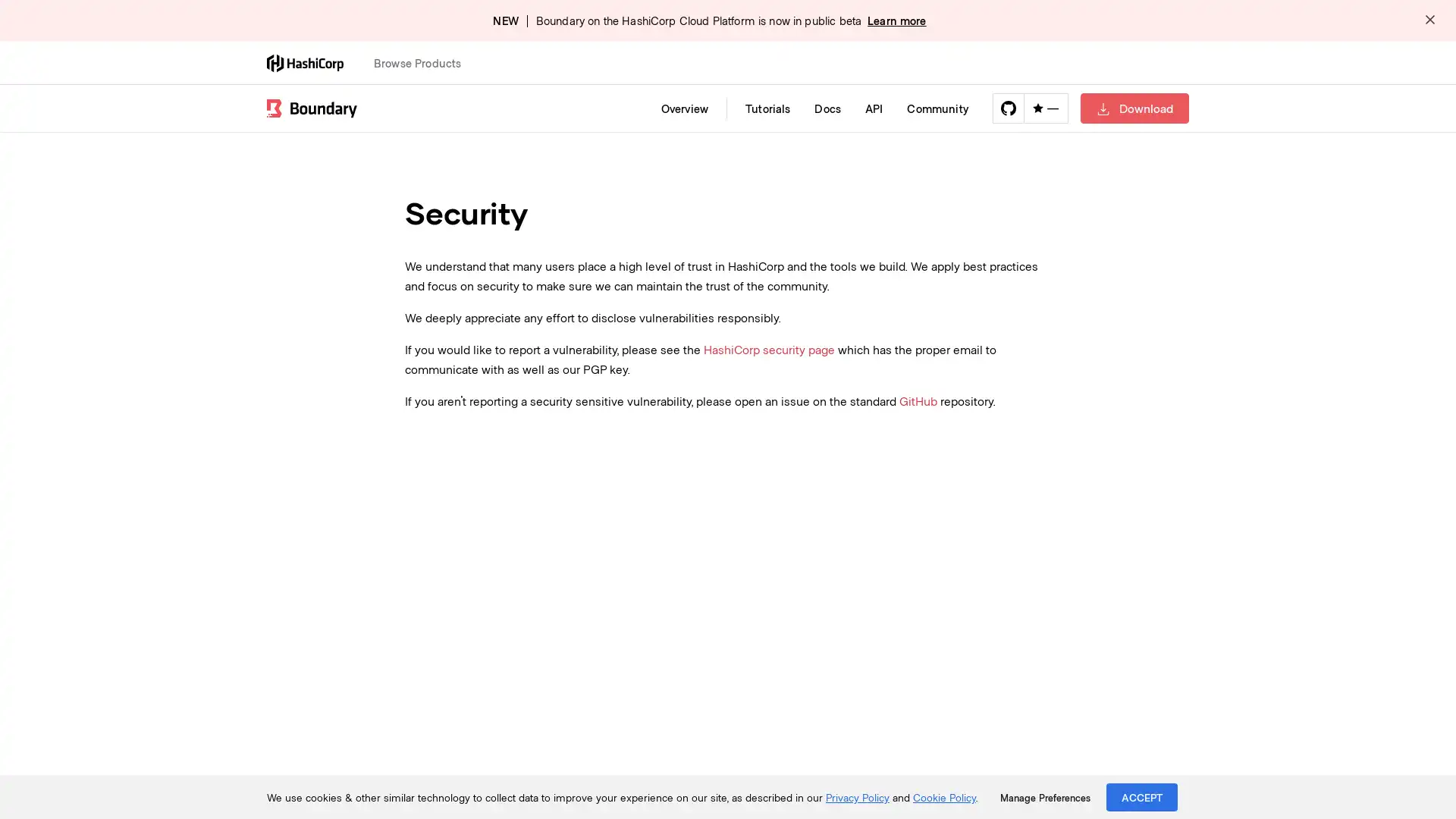 The image size is (1456, 819). I want to click on Browse Products Open this menu, so click(424, 62).